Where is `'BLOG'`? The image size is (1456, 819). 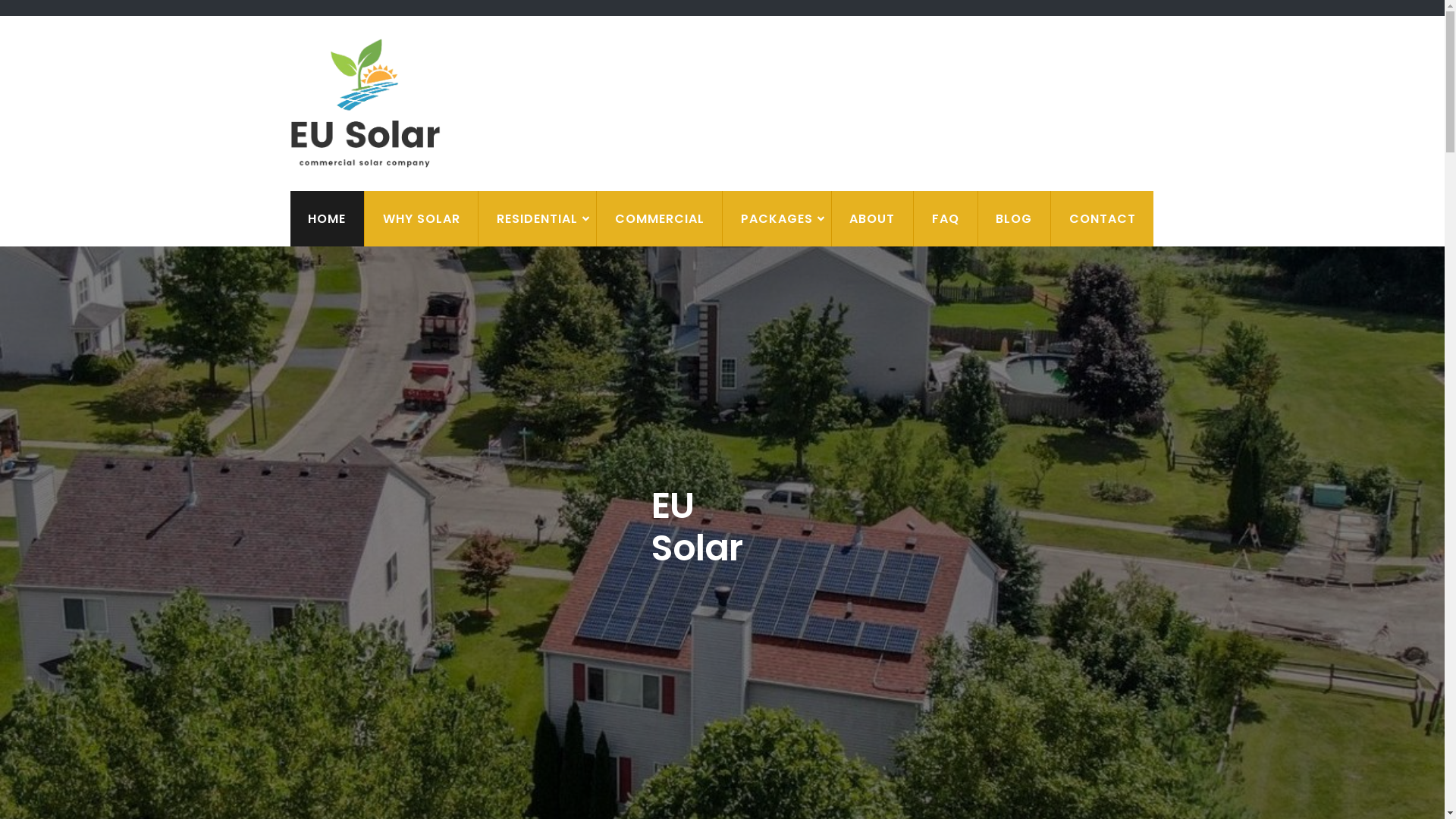 'BLOG' is located at coordinates (1014, 218).